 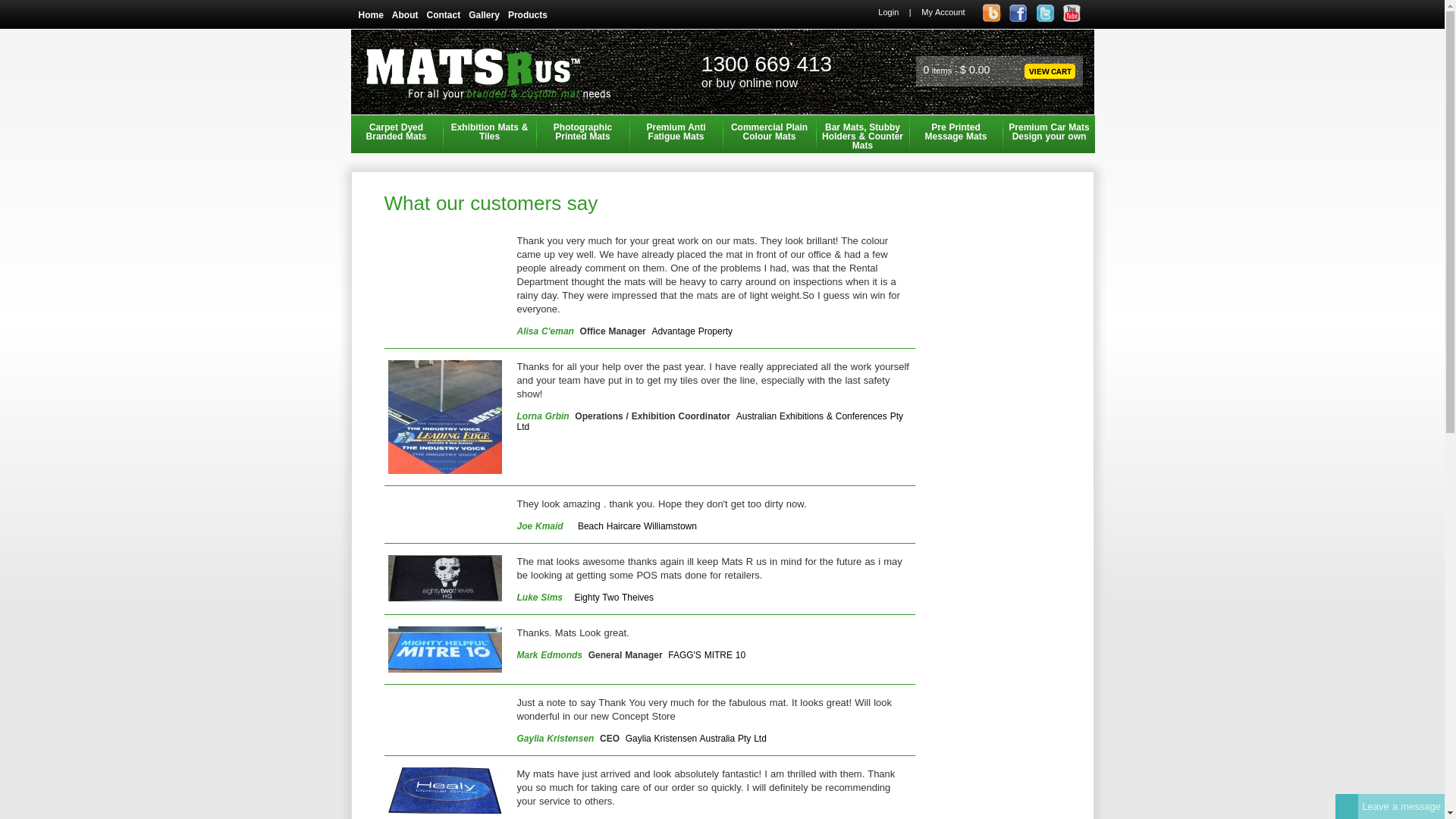 What do you see at coordinates (582, 133) in the screenshot?
I see `'Photographic Printed Mats'` at bounding box center [582, 133].